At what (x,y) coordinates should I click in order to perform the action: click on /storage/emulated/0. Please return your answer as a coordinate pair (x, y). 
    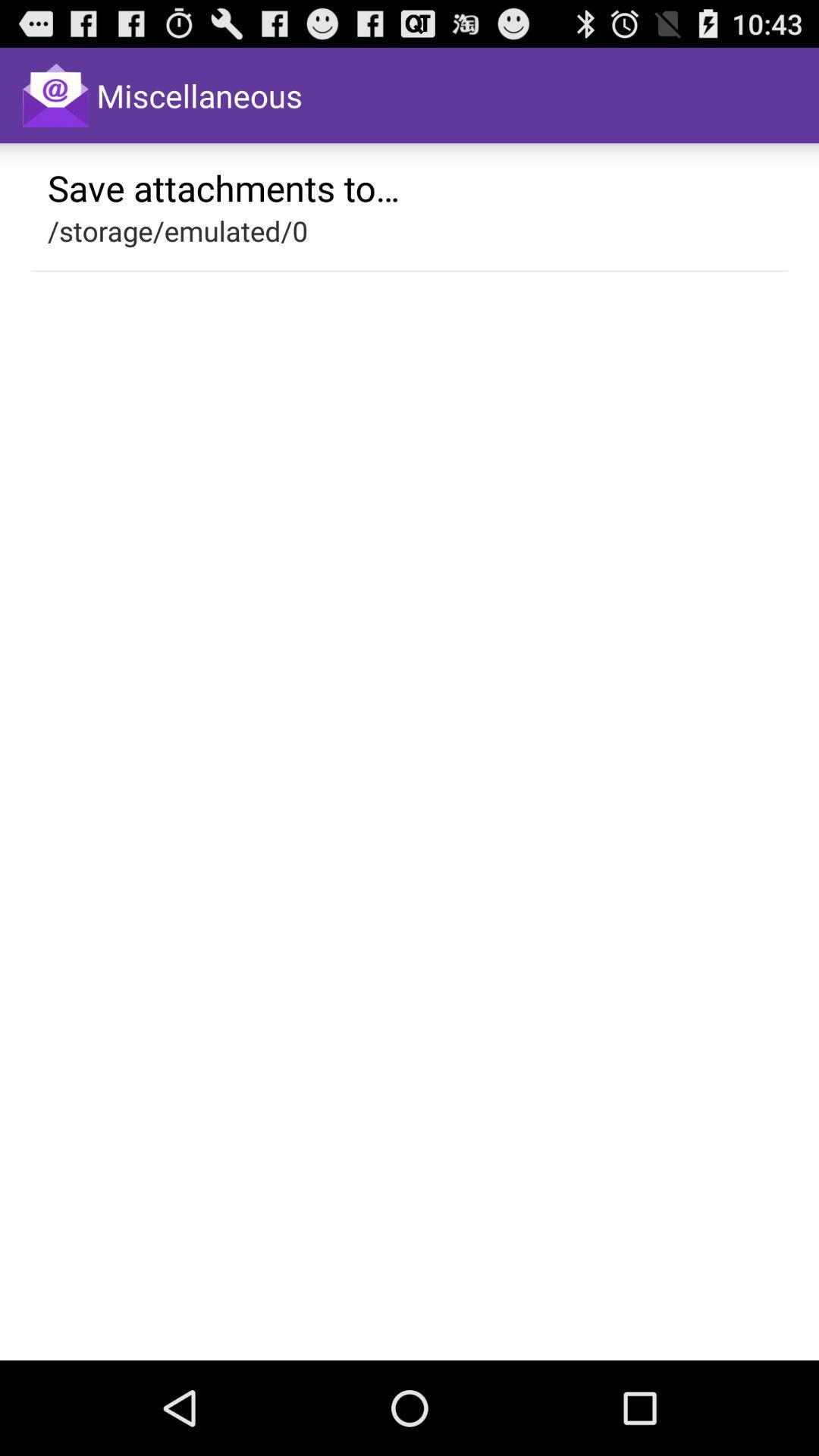
    Looking at the image, I should click on (177, 230).